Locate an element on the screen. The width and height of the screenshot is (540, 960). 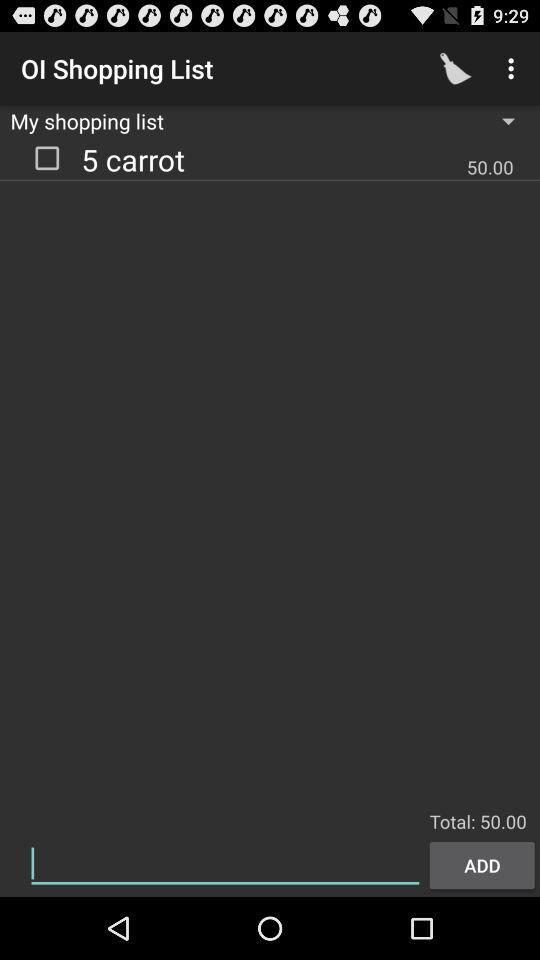
textbox is located at coordinates (224, 863).